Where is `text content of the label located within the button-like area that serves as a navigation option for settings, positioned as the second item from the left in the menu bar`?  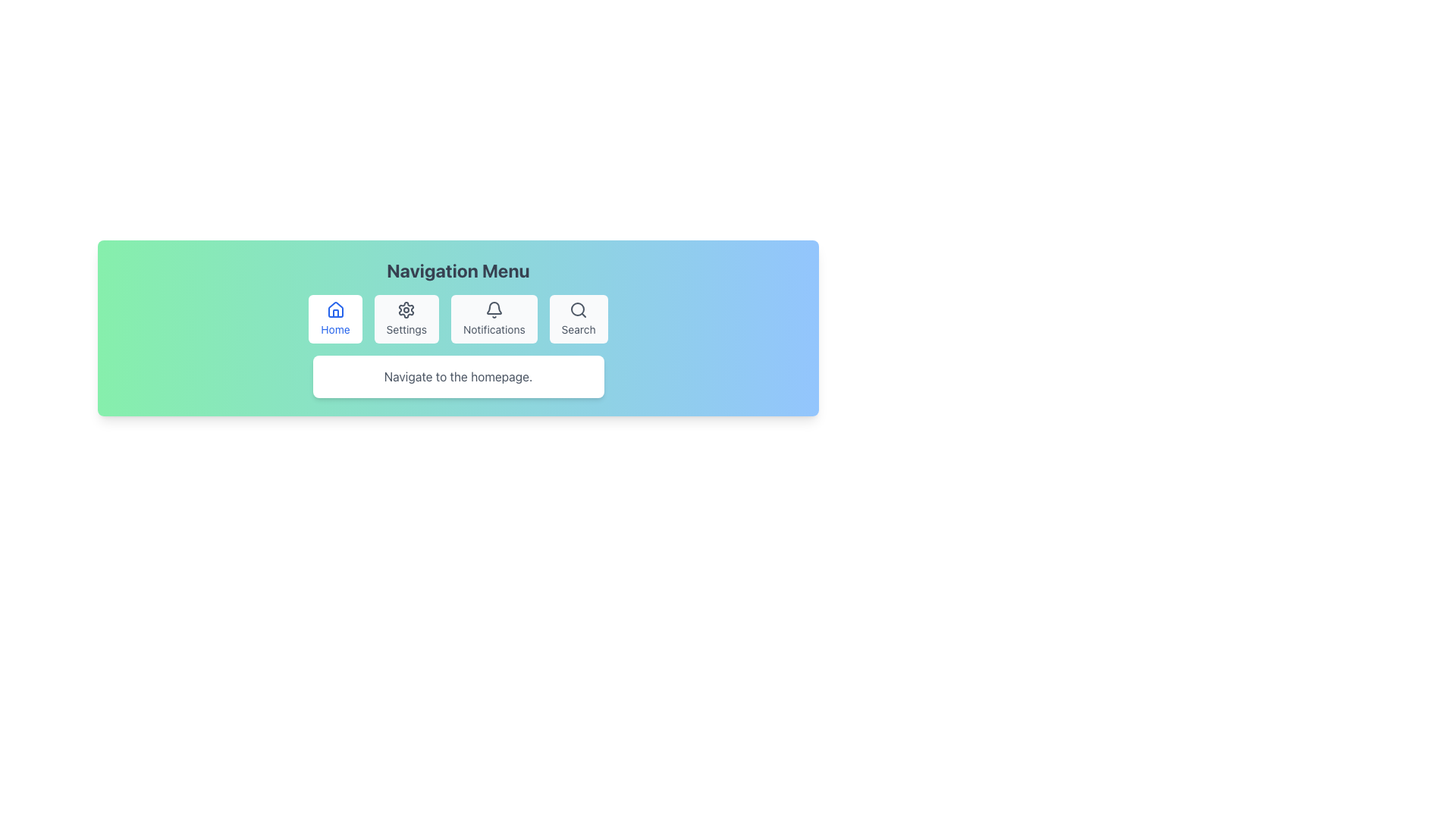
text content of the label located within the button-like area that serves as a navigation option for settings, positioned as the second item from the left in the menu bar is located at coordinates (406, 329).